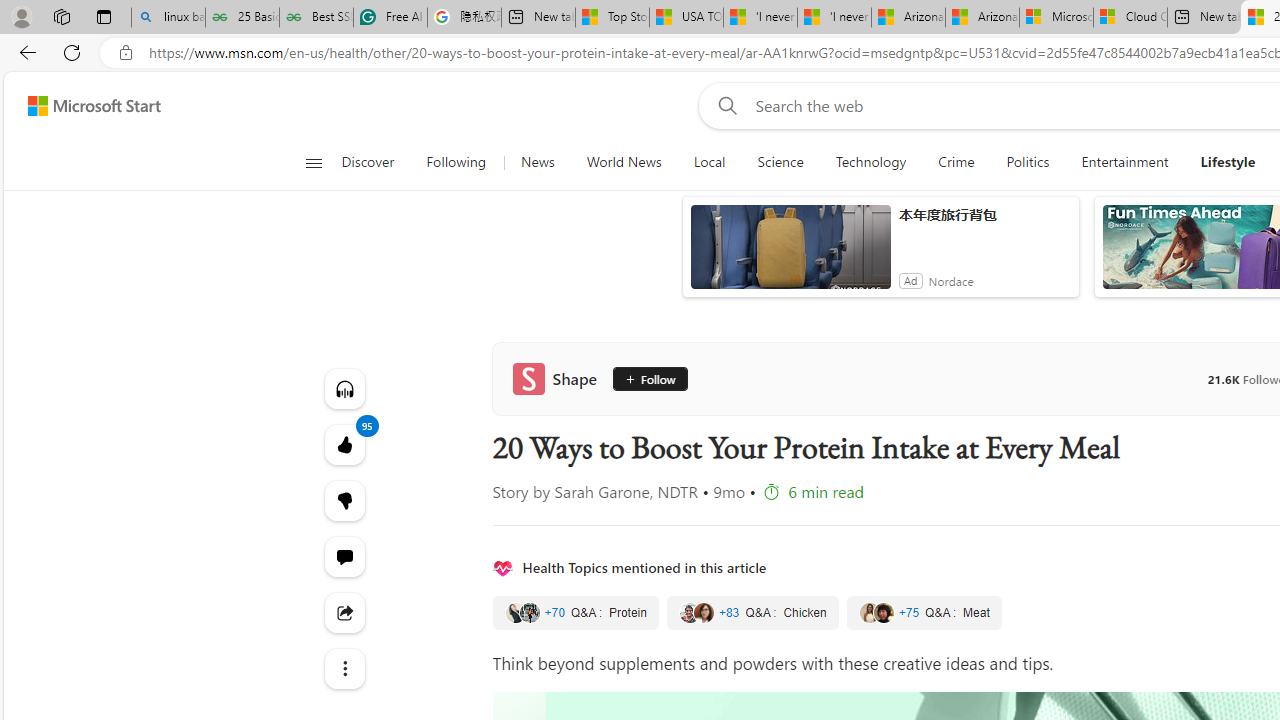 This screenshot has height=720, width=1280. I want to click on 'Class: quote-thumbnail', so click(882, 612).